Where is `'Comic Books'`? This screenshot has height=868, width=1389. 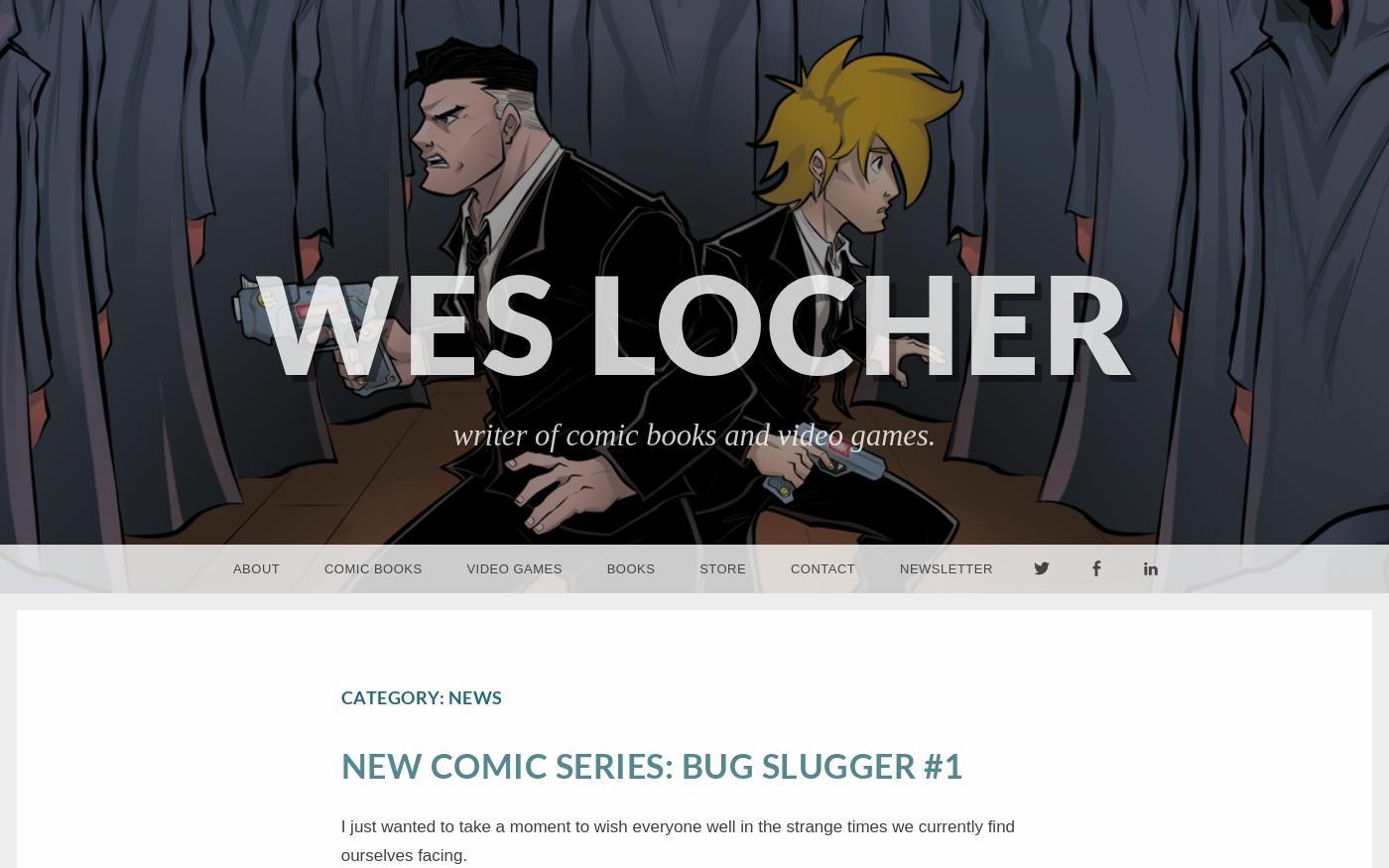 'Comic Books' is located at coordinates (372, 568).